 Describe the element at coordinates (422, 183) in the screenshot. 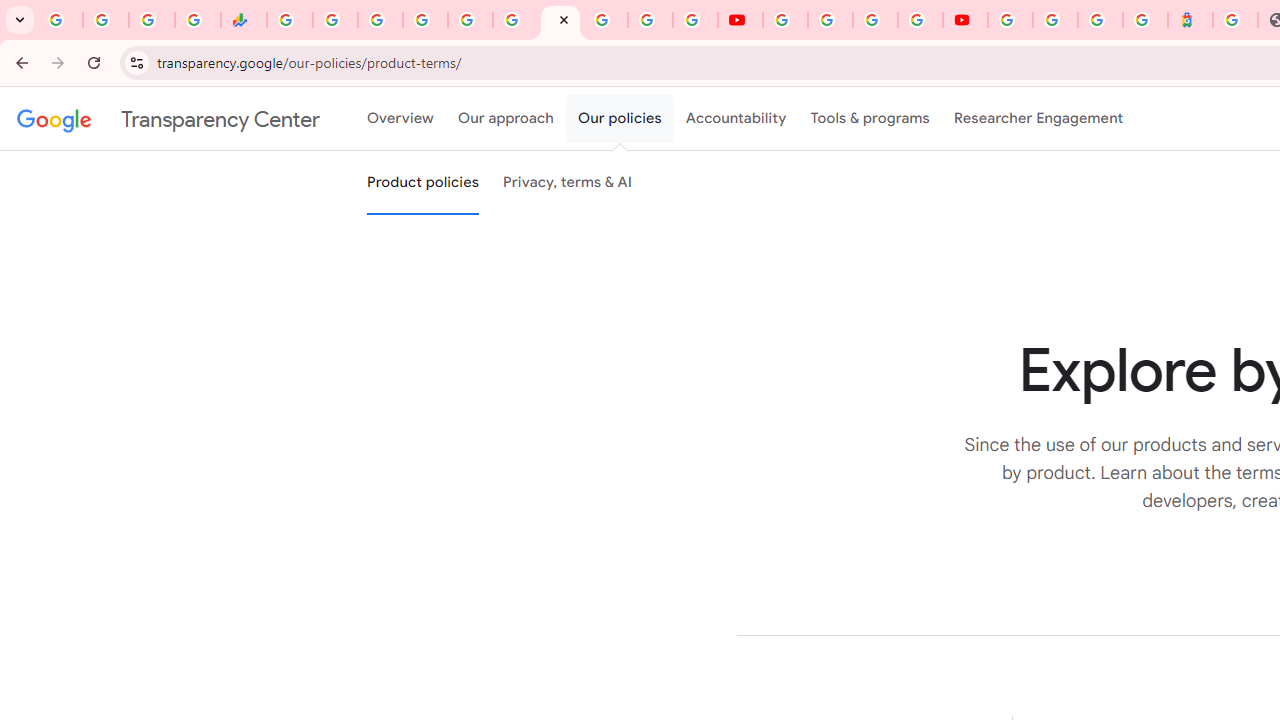

I see `'Product policies'` at that location.